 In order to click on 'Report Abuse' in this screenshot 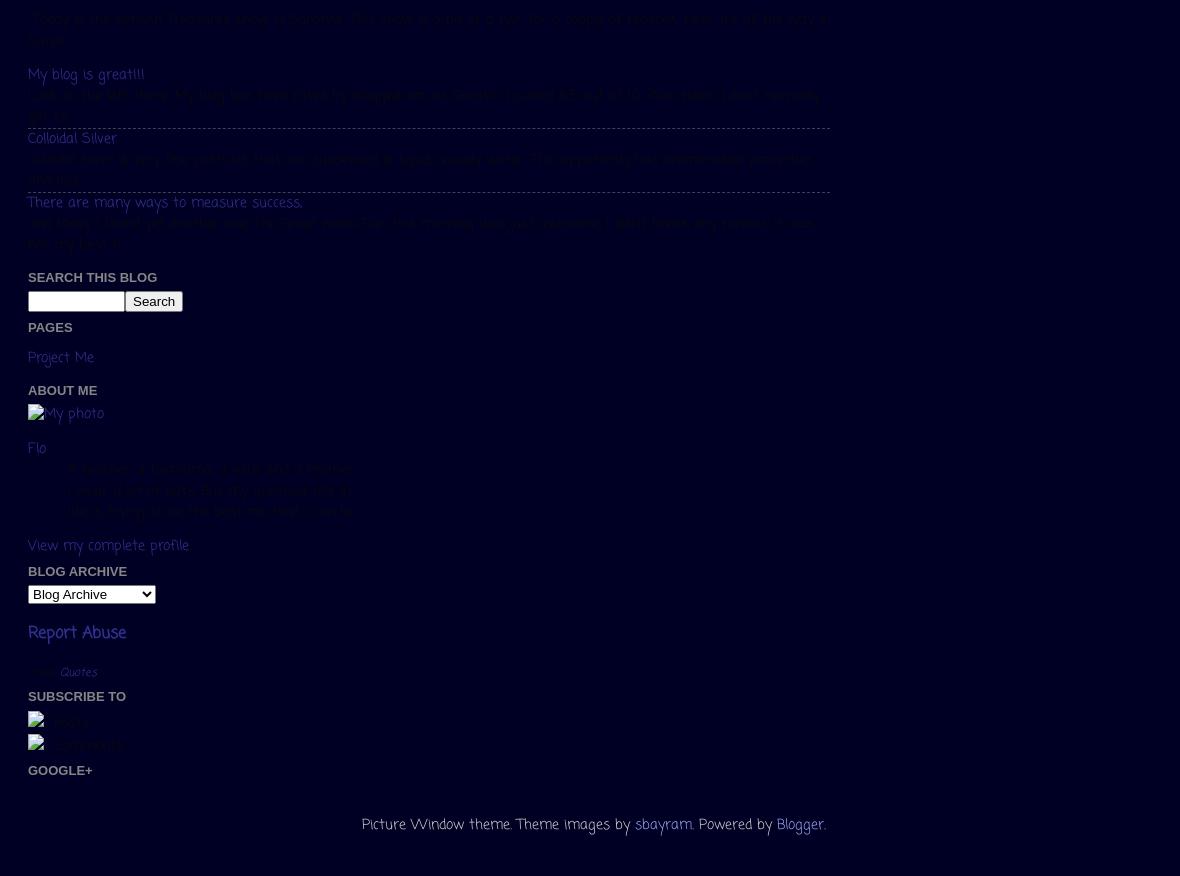, I will do `click(76, 633)`.